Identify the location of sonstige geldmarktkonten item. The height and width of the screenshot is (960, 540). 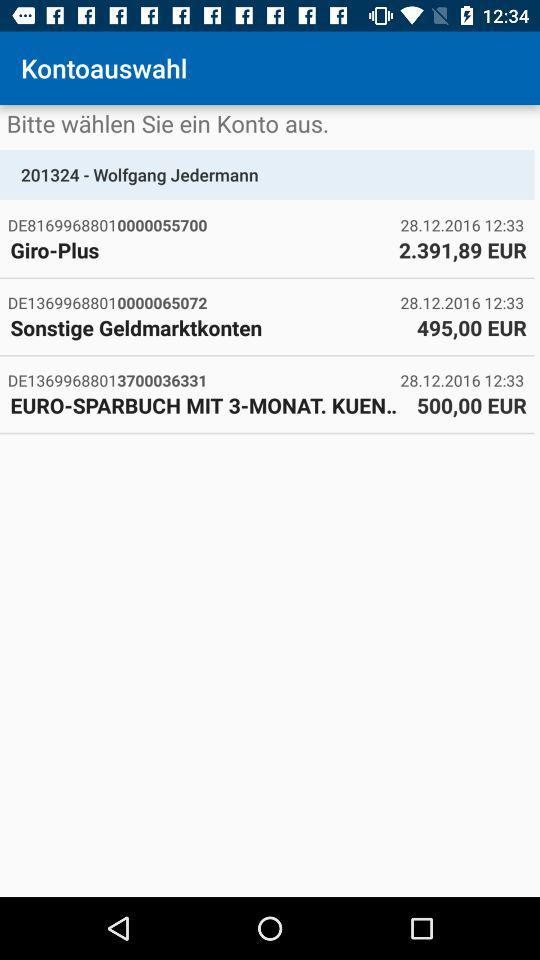
(207, 327).